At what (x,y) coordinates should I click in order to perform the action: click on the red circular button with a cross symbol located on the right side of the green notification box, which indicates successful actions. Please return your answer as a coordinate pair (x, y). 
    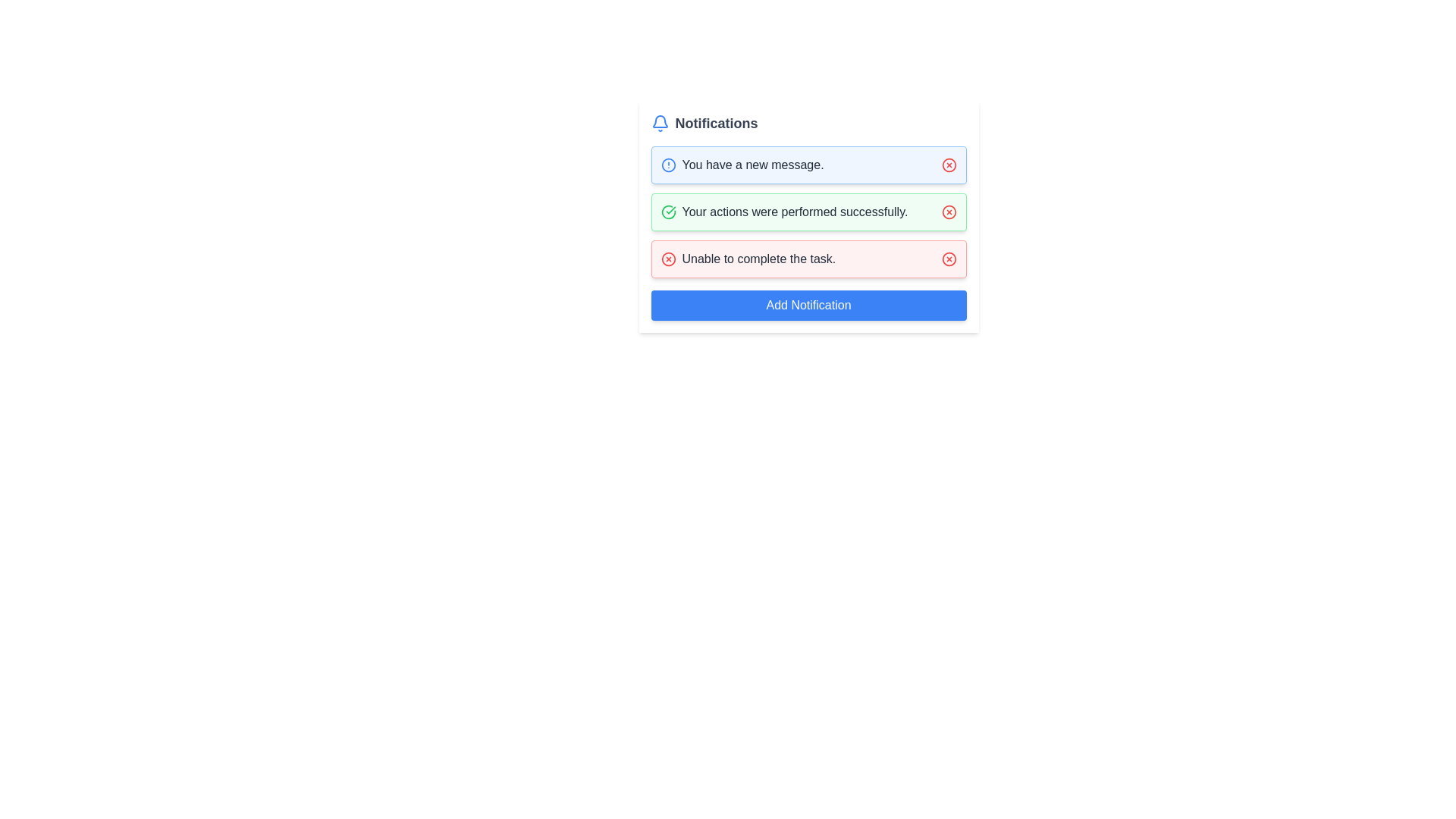
    Looking at the image, I should click on (948, 212).